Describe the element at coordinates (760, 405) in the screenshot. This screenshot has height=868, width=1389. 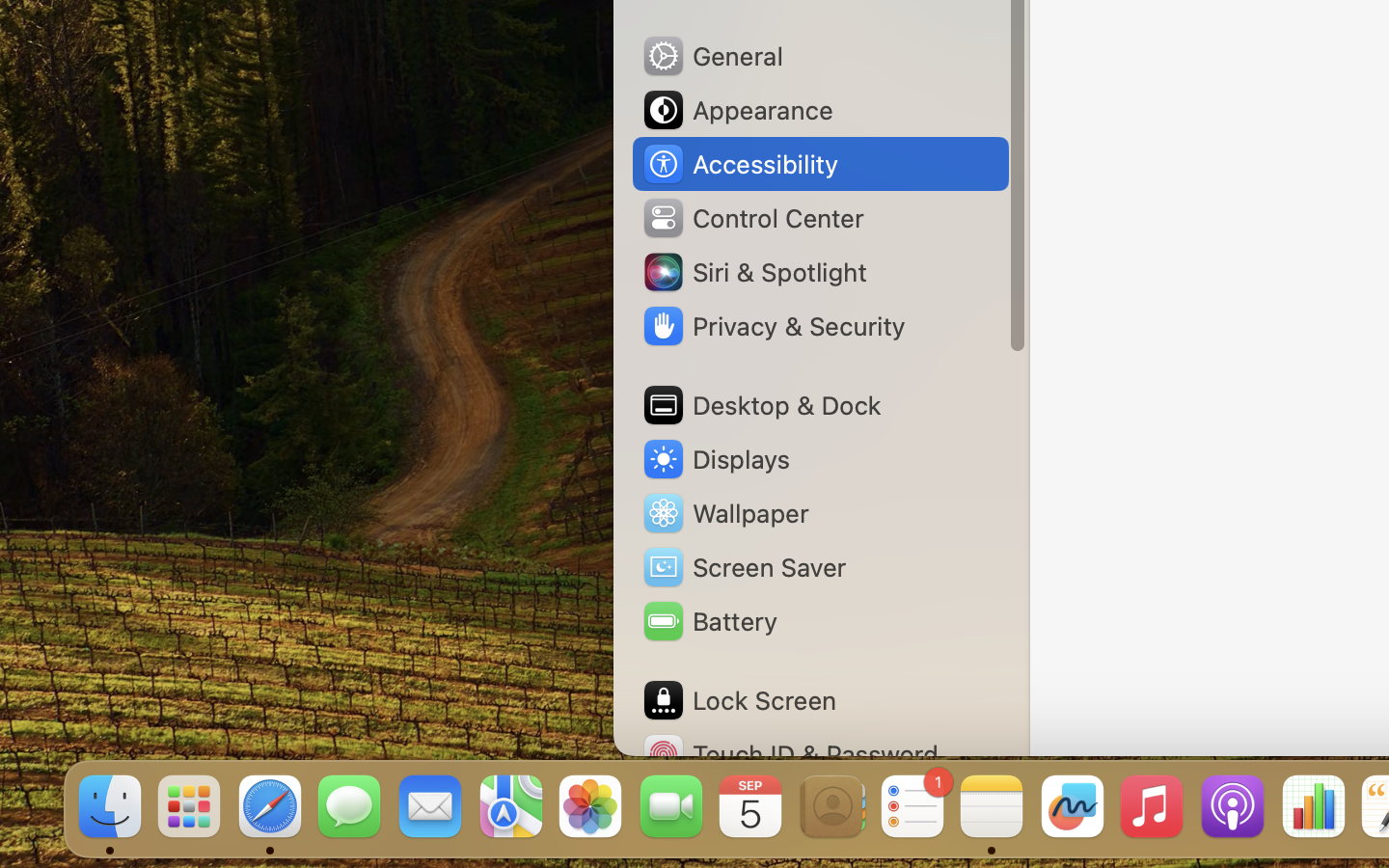
I see `'Desktop & Dock'` at that location.